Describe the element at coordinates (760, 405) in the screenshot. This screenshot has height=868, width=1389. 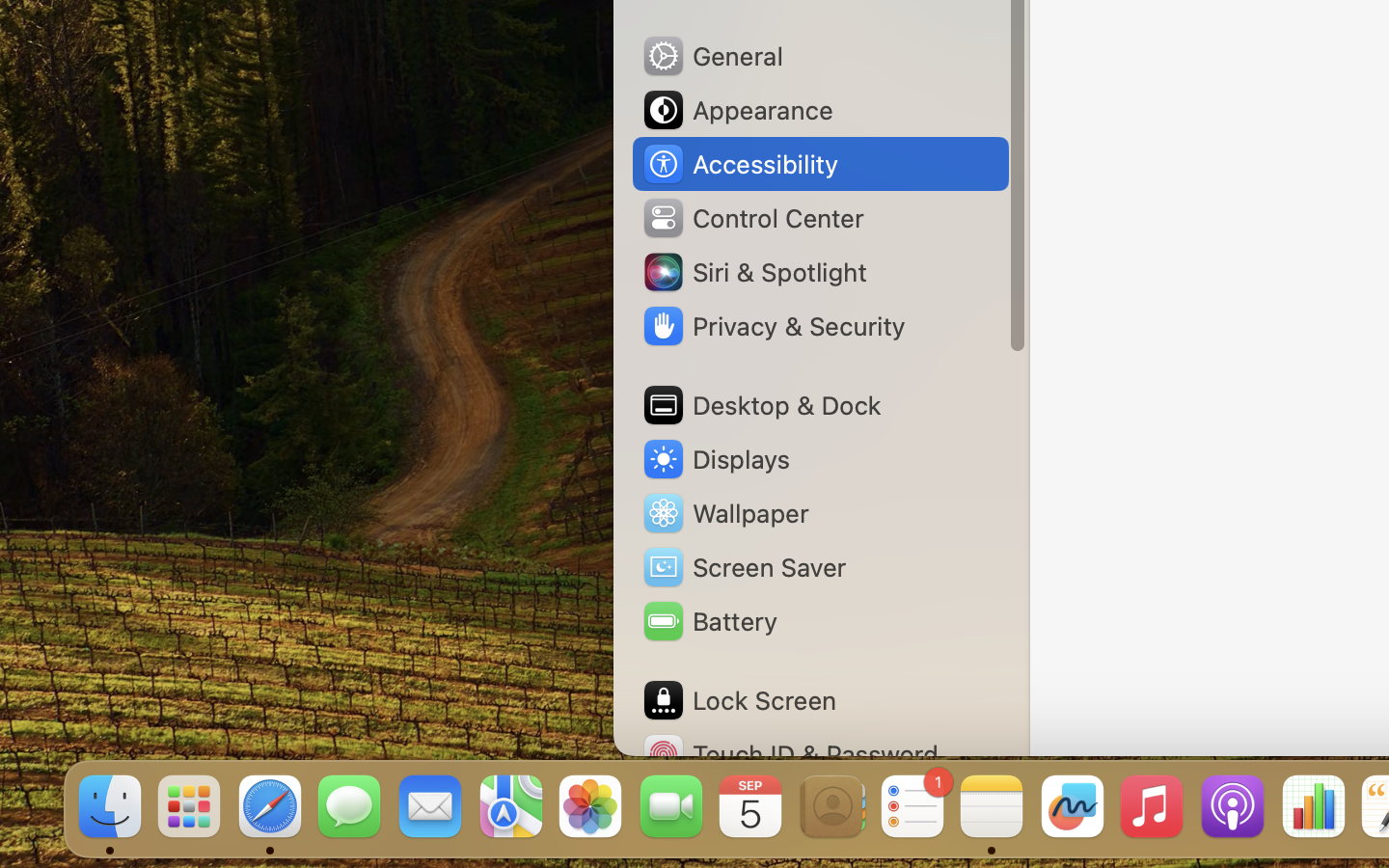
I see `'Desktop & Dock'` at that location.